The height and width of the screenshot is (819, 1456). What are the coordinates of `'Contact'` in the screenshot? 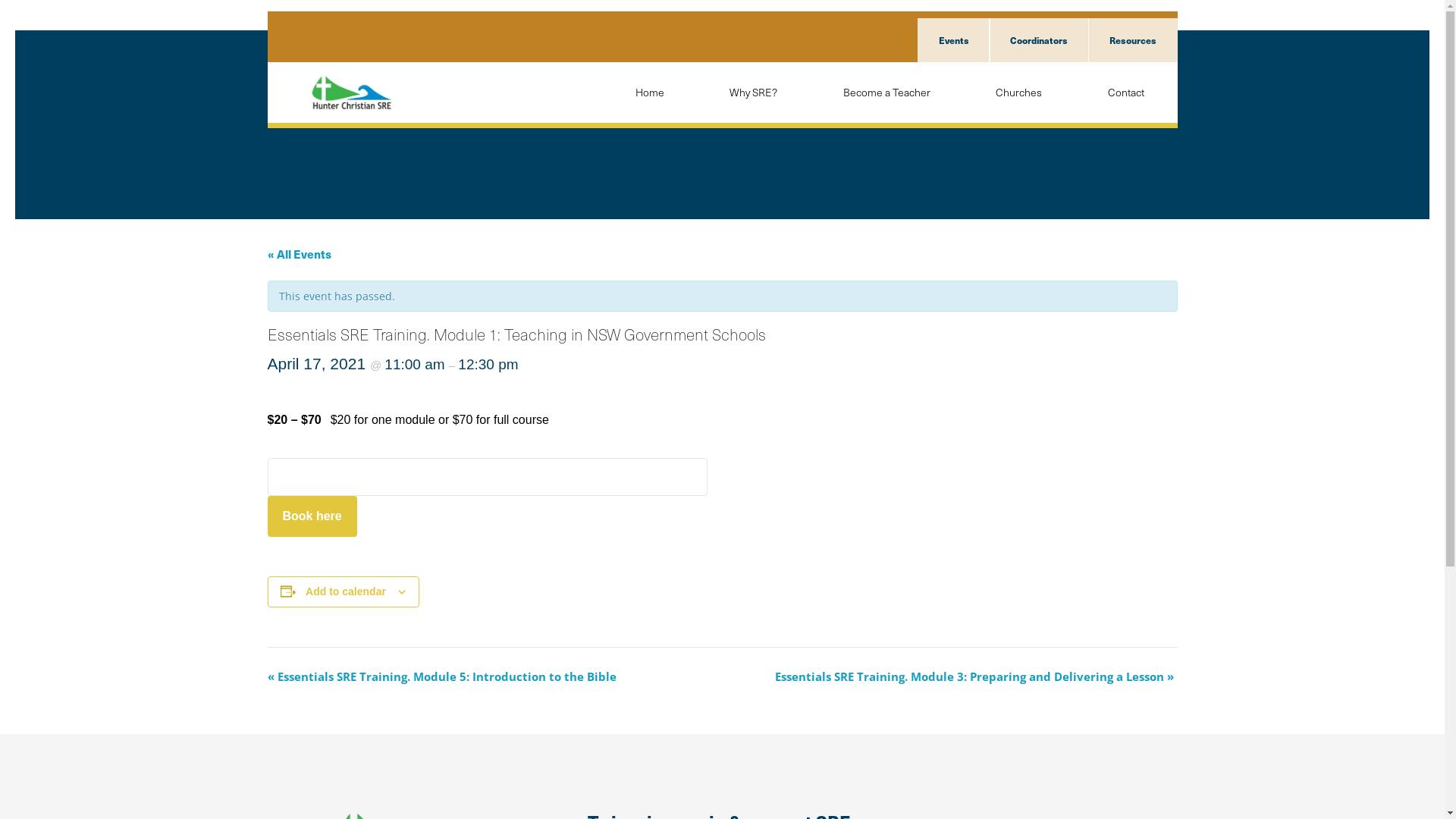 It's located at (1125, 93).